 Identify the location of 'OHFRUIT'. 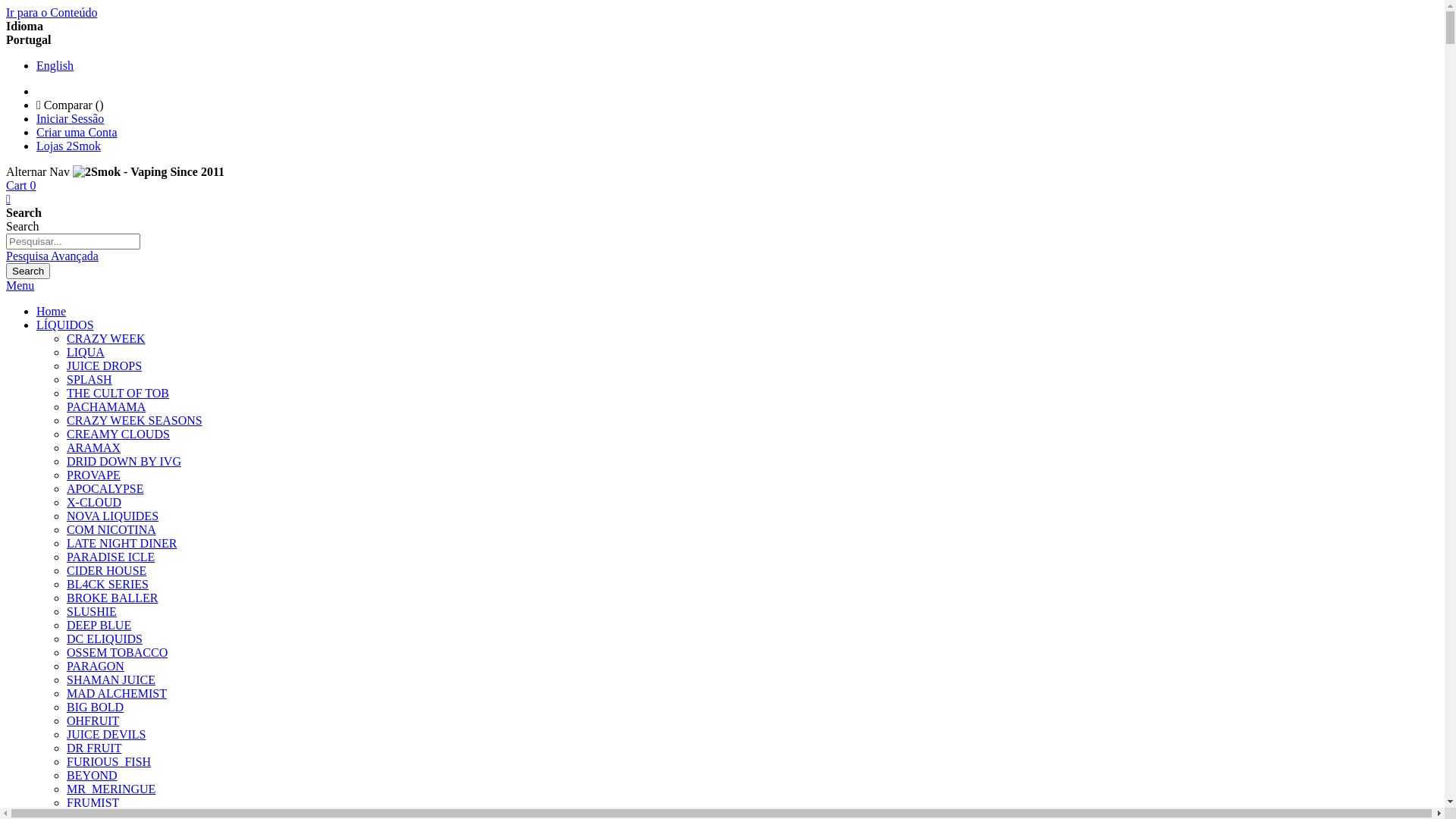
(92, 720).